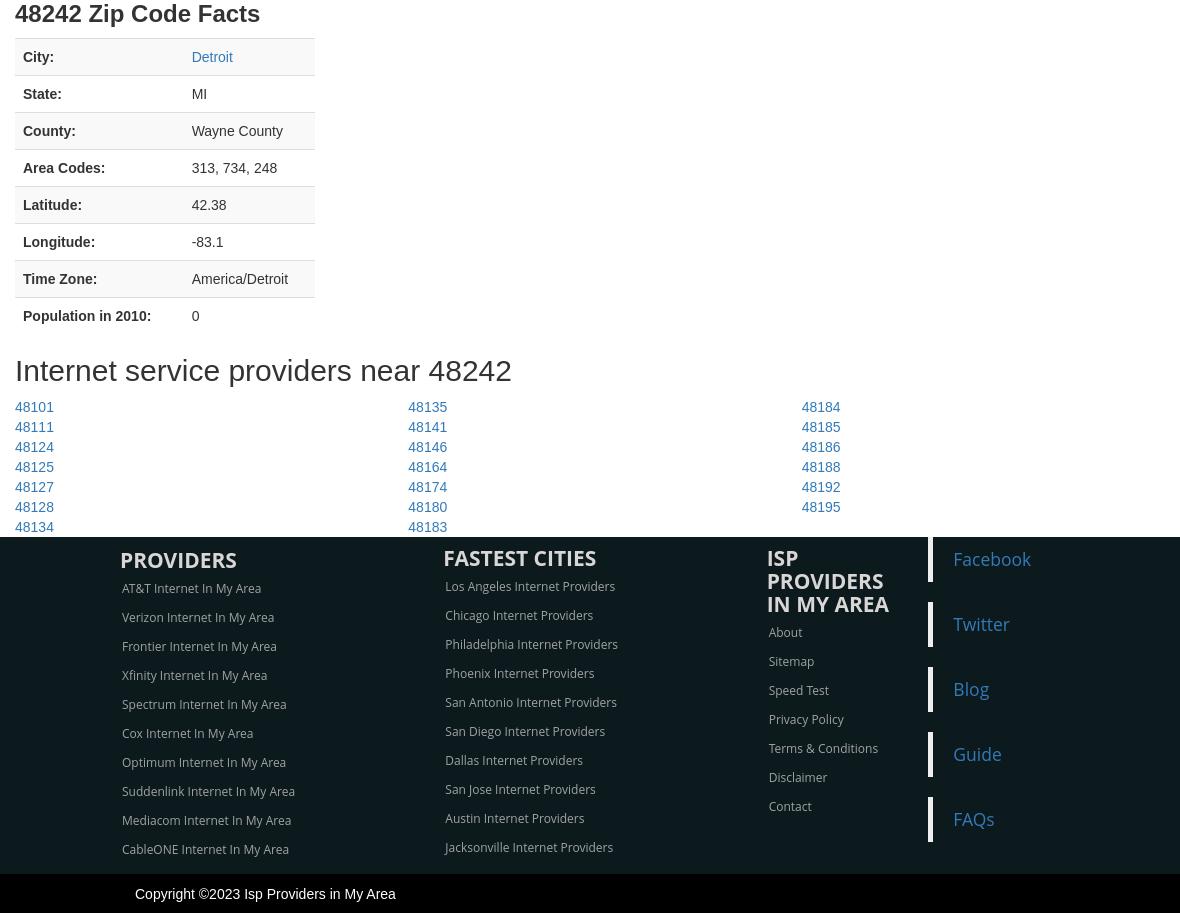  I want to click on 'Sitemap', so click(790, 659).